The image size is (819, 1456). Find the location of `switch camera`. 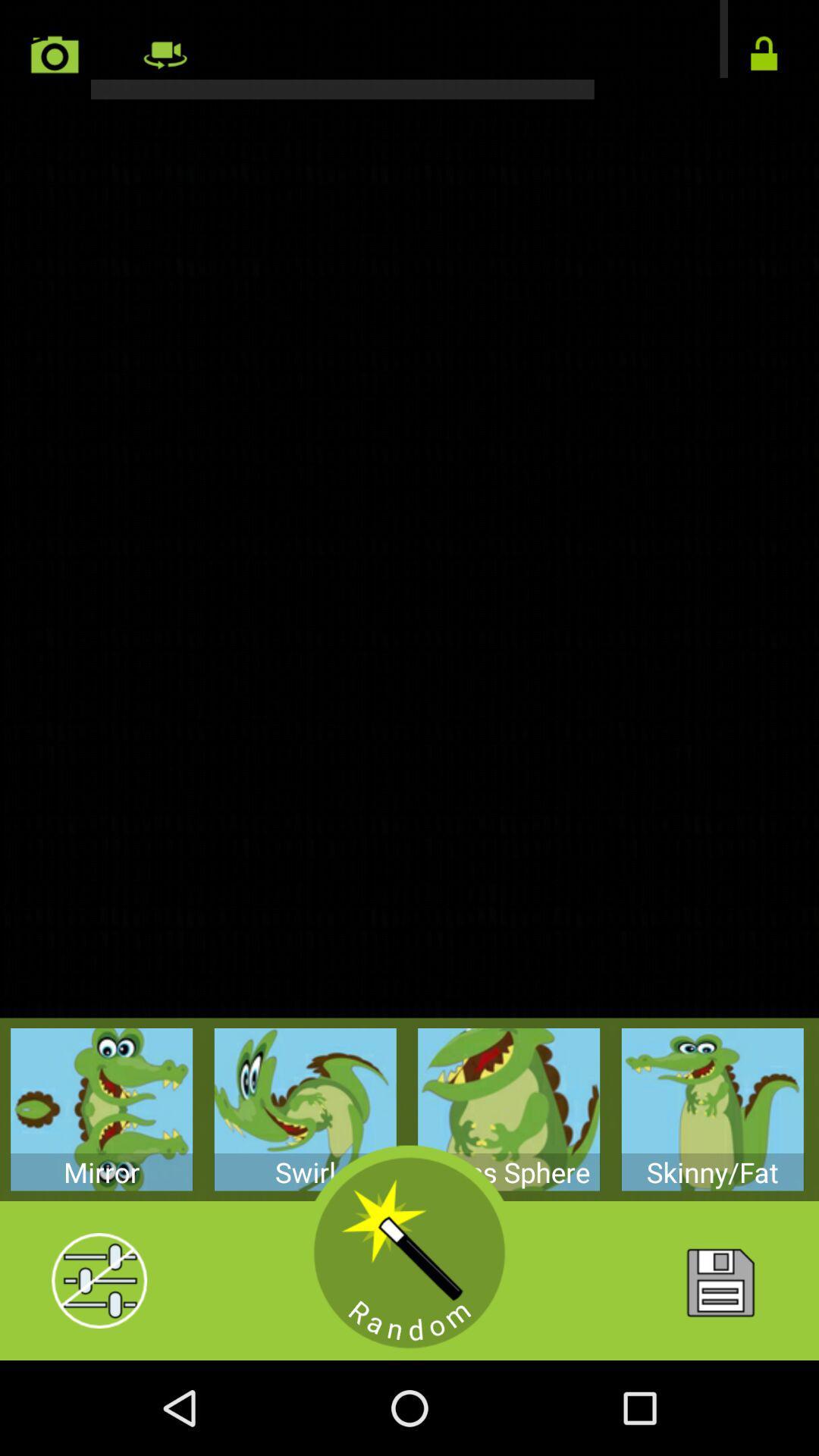

switch camera is located at coordinates (165, 55).